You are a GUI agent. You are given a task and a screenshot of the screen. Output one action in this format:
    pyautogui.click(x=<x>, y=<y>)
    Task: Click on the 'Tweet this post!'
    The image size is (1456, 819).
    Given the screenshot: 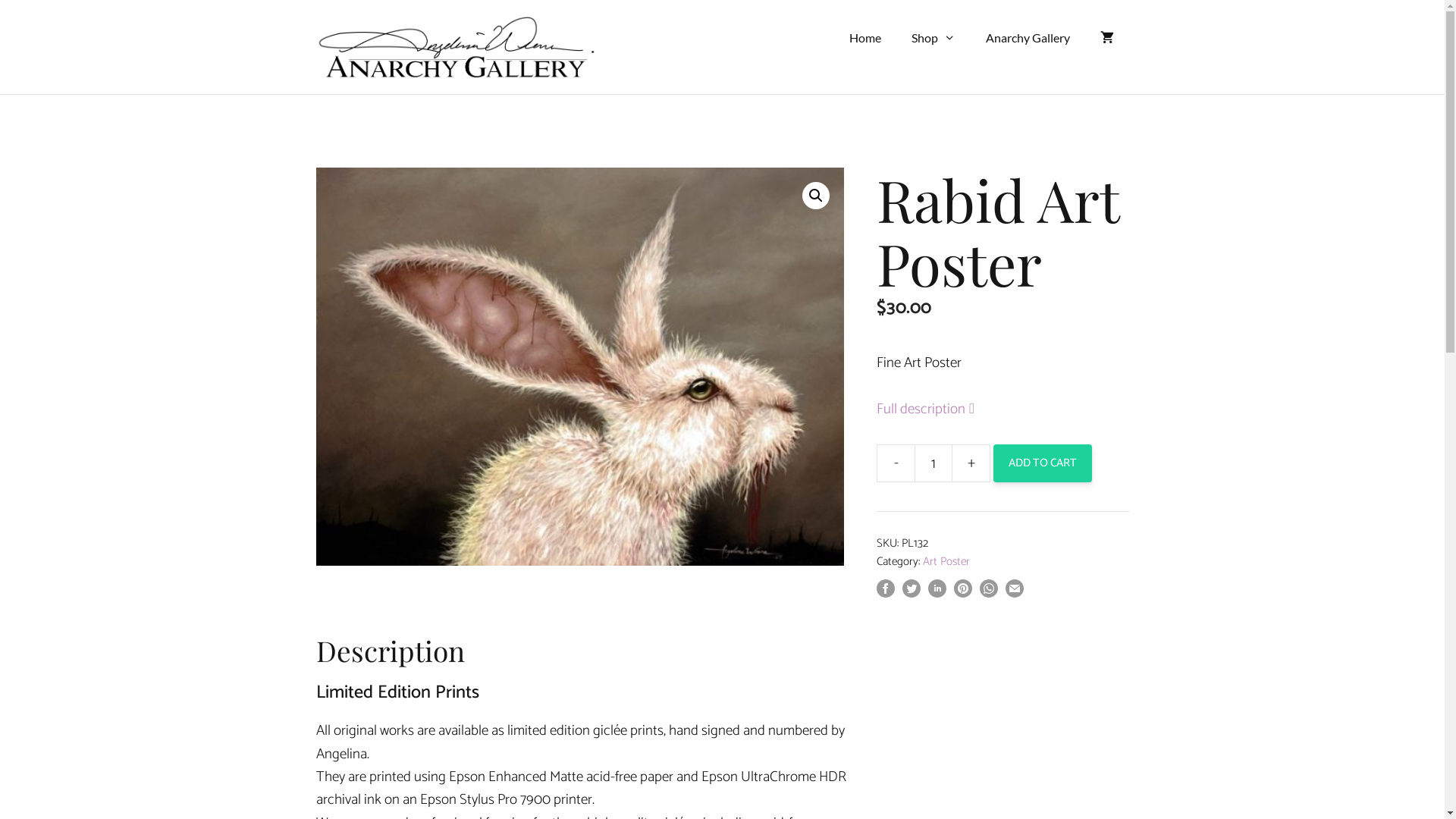 What is the action you would take?
    pyautogui.click(x=910, y=592)
    